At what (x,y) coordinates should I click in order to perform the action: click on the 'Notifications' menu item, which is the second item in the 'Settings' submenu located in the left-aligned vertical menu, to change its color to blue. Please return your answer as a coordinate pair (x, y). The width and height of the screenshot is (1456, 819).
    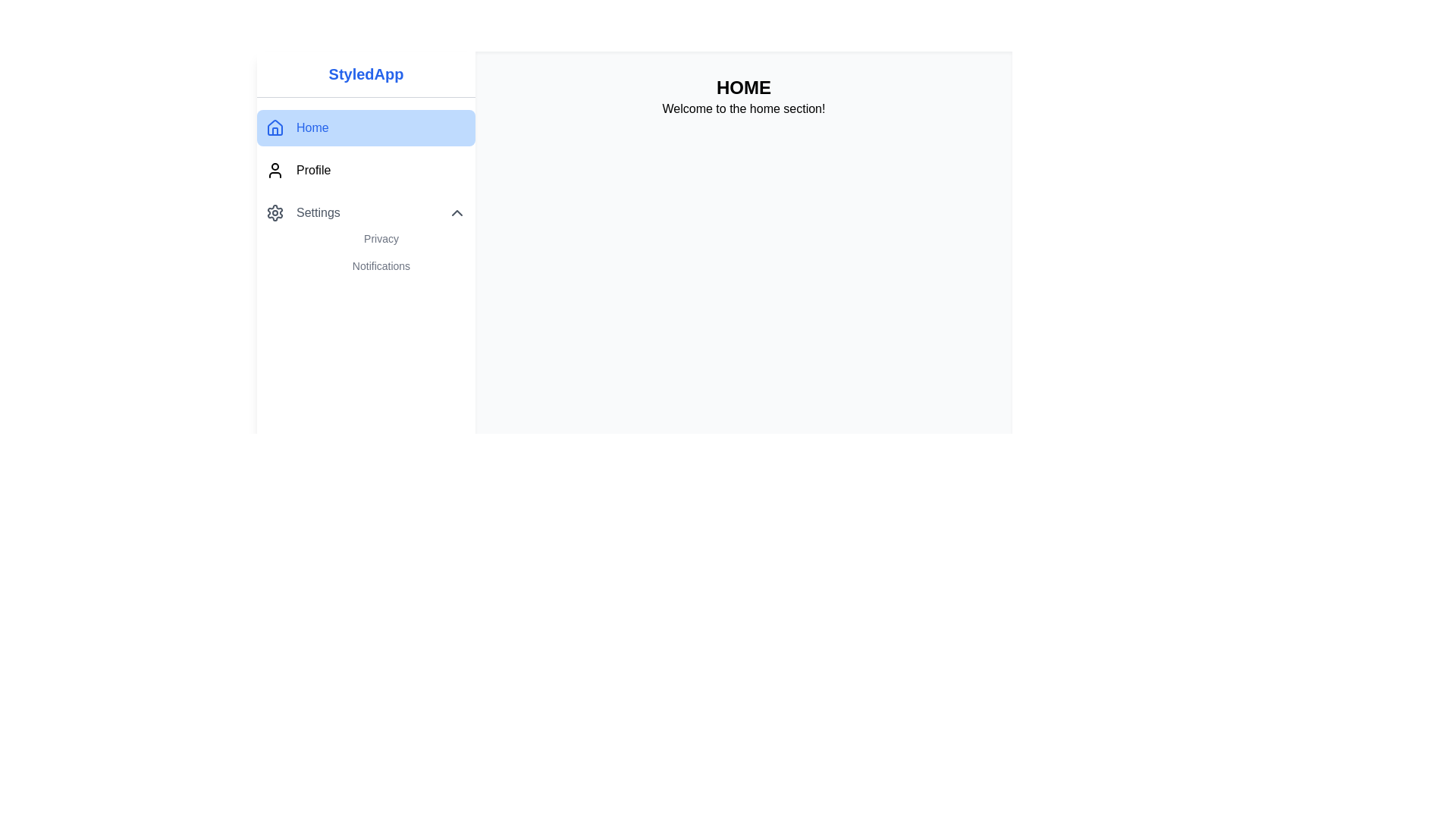
    Looking at the image, I should click on (381, 265).